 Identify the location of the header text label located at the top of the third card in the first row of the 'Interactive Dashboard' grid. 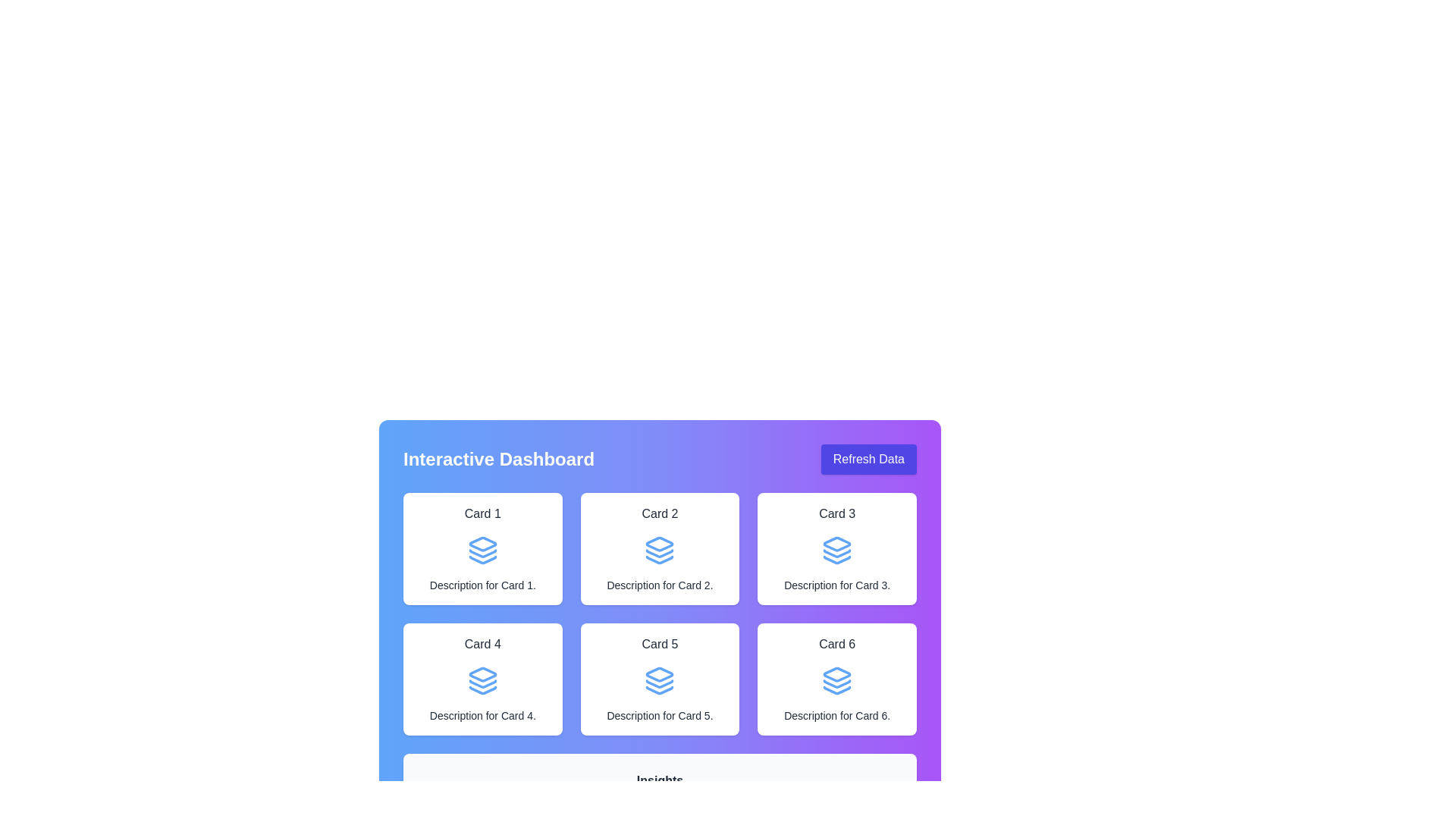
(836, 513).